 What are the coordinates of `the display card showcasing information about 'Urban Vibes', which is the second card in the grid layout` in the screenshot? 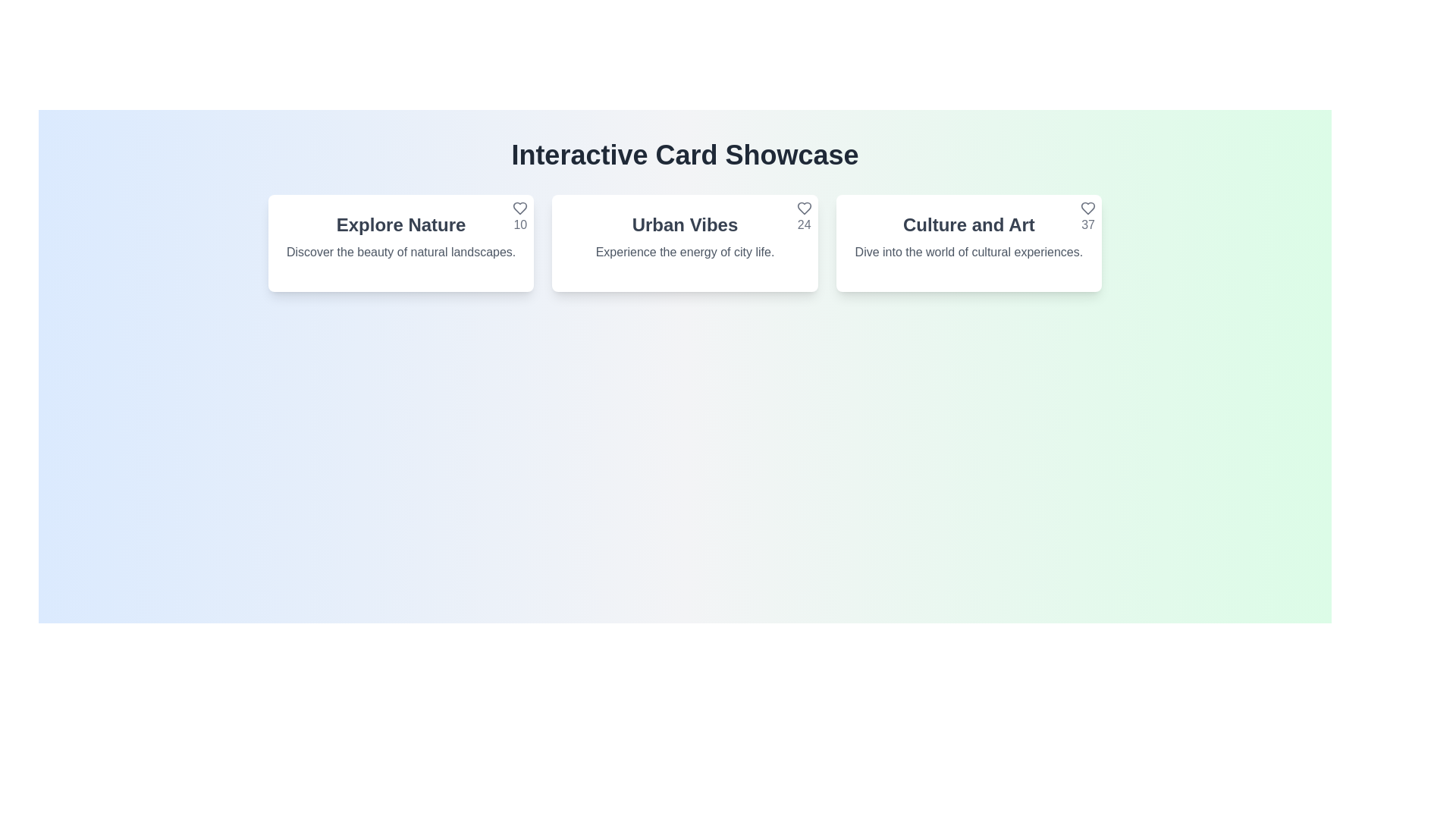 It's located at (684, 242).